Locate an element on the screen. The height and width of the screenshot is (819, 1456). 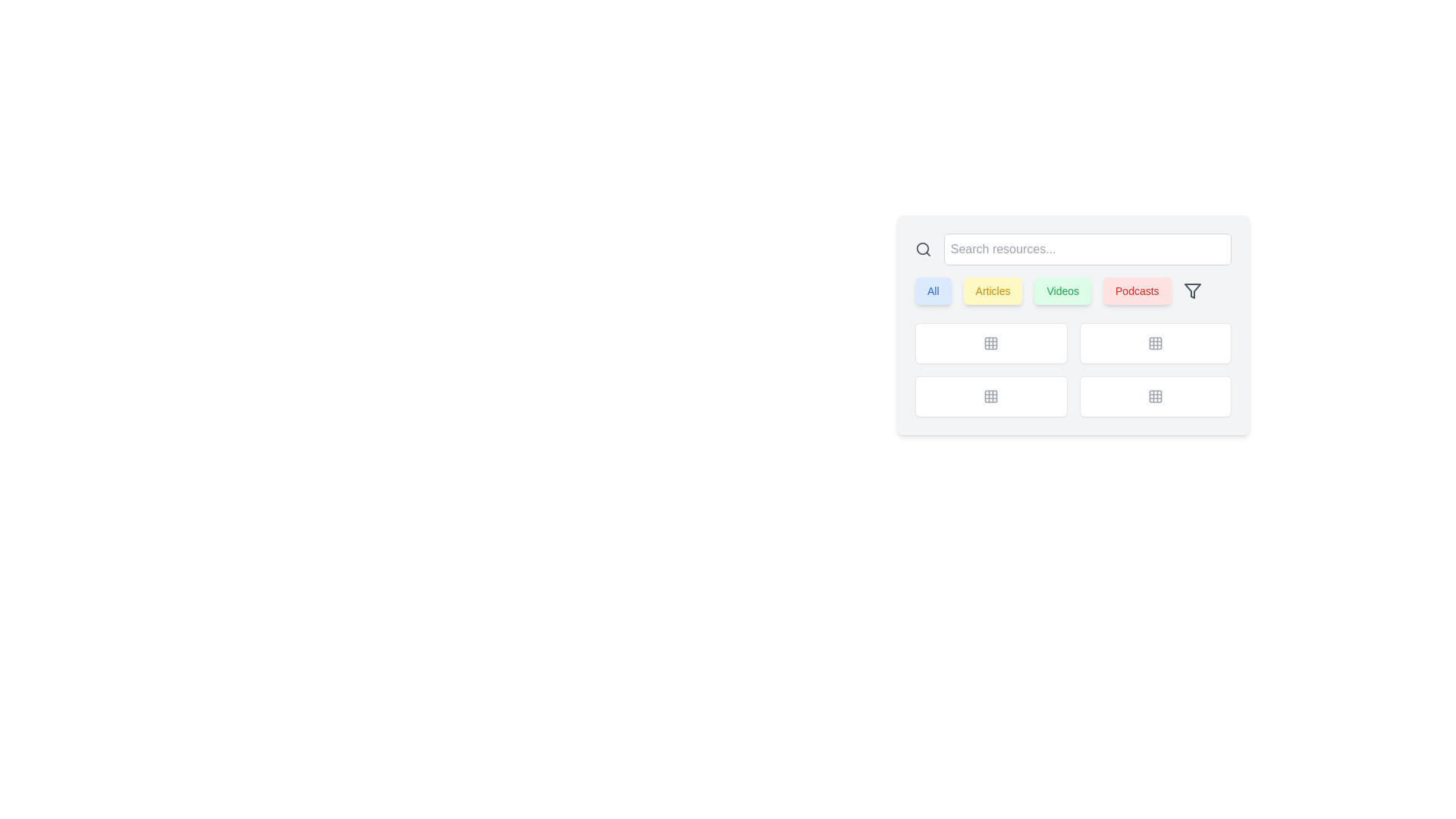
the SVG-based grid icon represented by a 3x3 grid of square cells, which is located in the bottom row's middle card of a 2x3 grid layout is located at coordinates (991, 396).